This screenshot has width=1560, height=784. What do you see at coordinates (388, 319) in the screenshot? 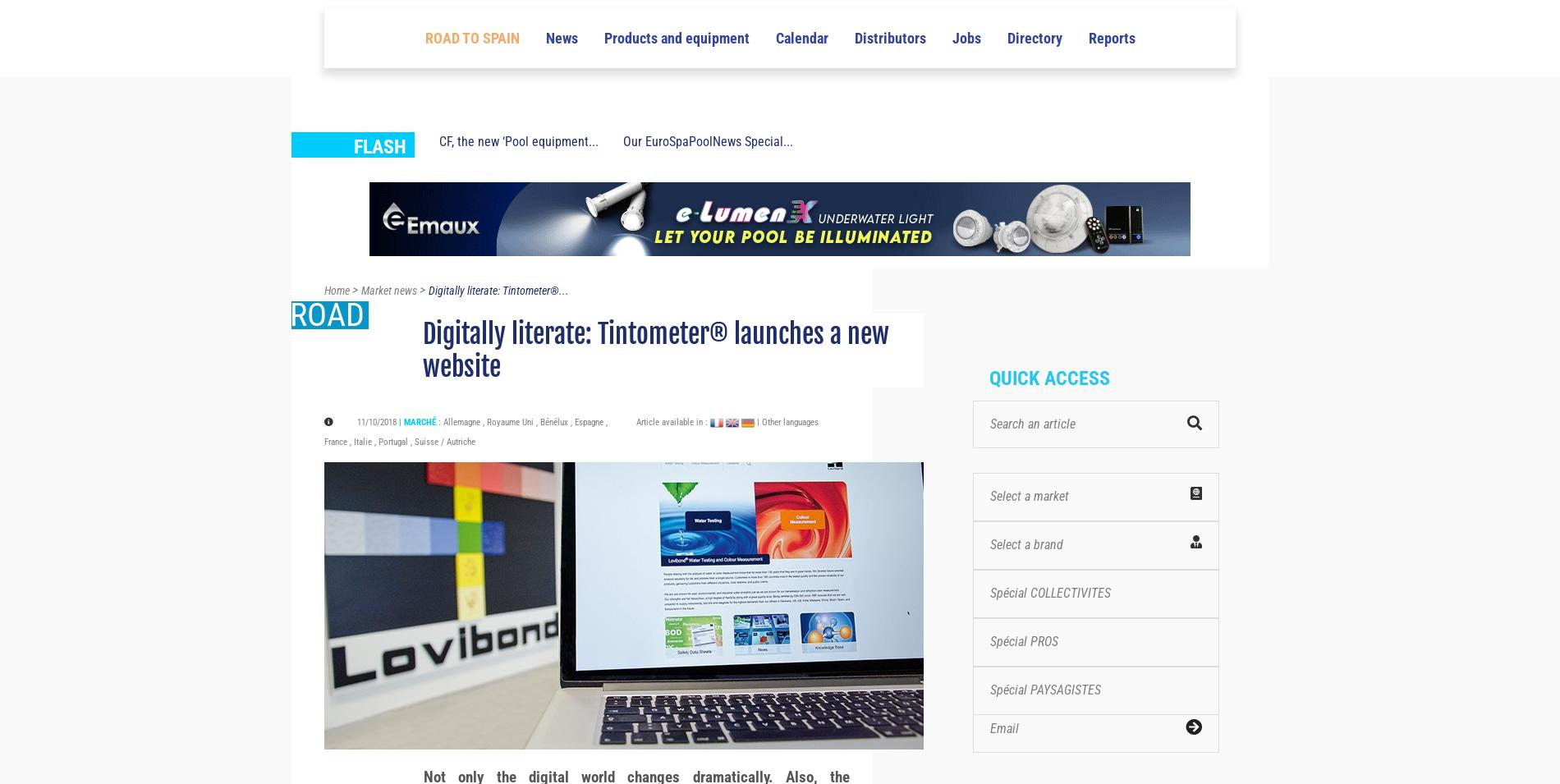
I see `'Market news'` at bounding box center [388, 319].